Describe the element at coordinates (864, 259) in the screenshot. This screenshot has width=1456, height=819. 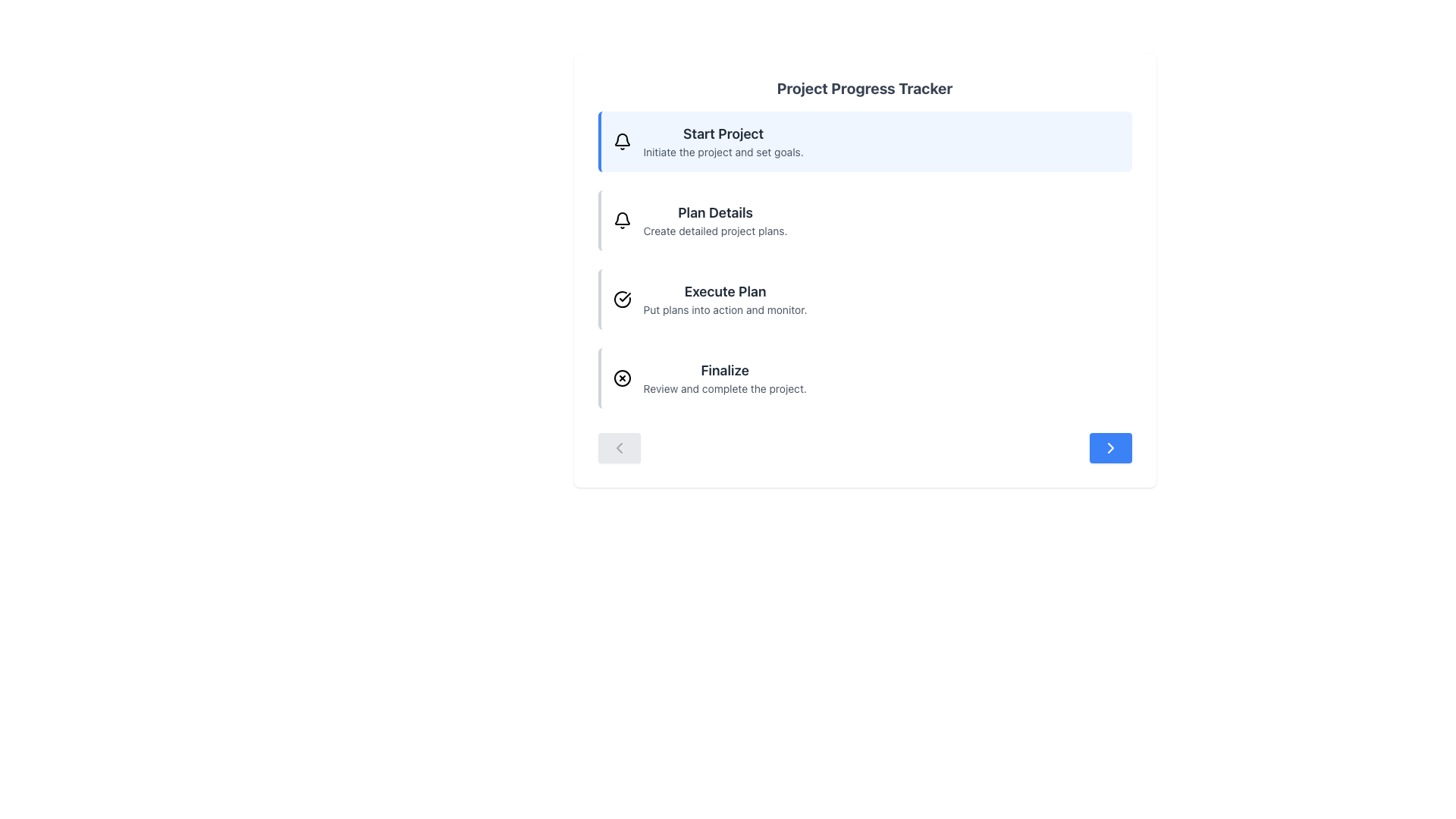
I see `the project progress tracker list component, which presents a vertical list of steps for navigation and interaction` at that location.